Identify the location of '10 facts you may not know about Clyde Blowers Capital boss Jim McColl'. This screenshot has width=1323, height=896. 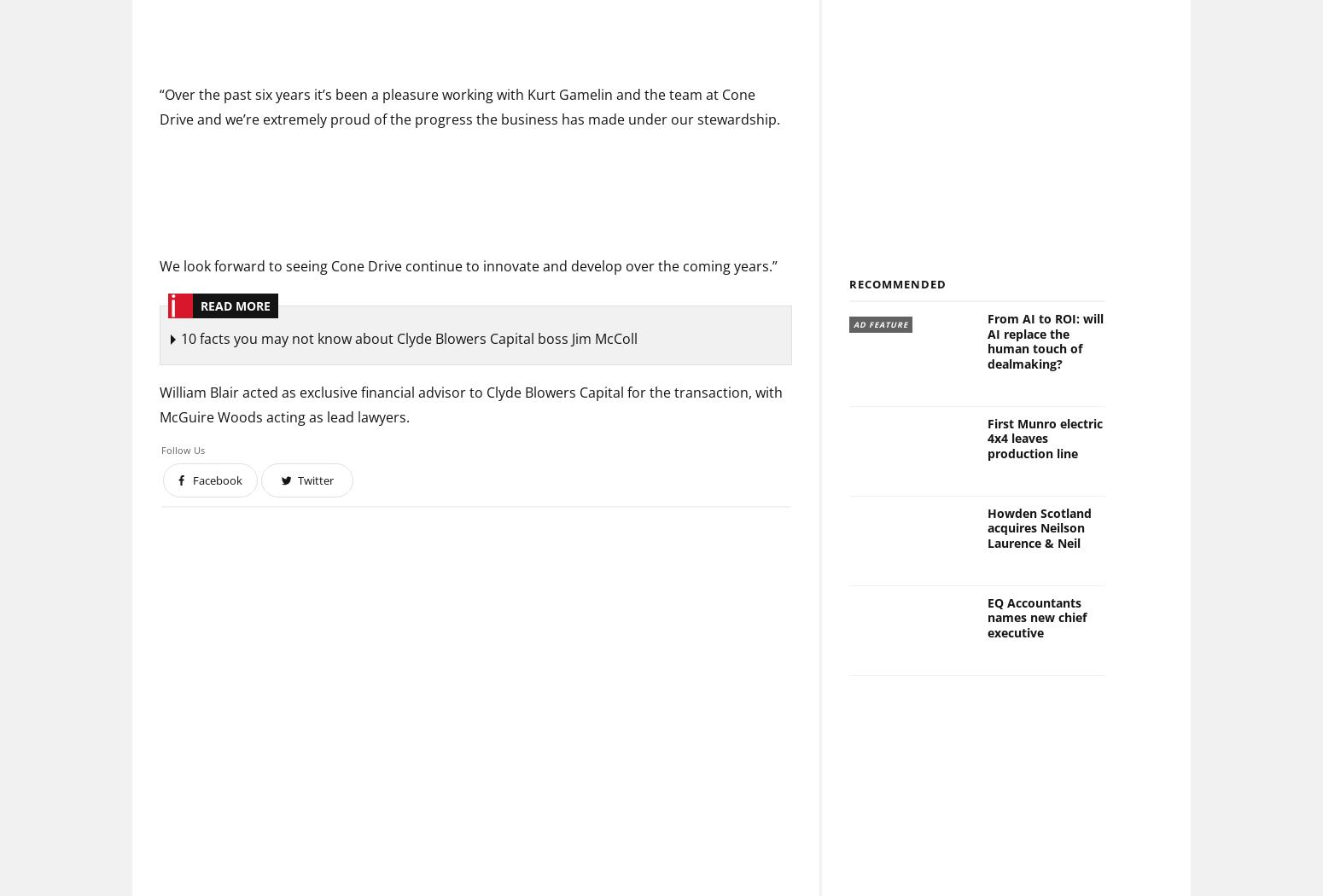
(408, 339).